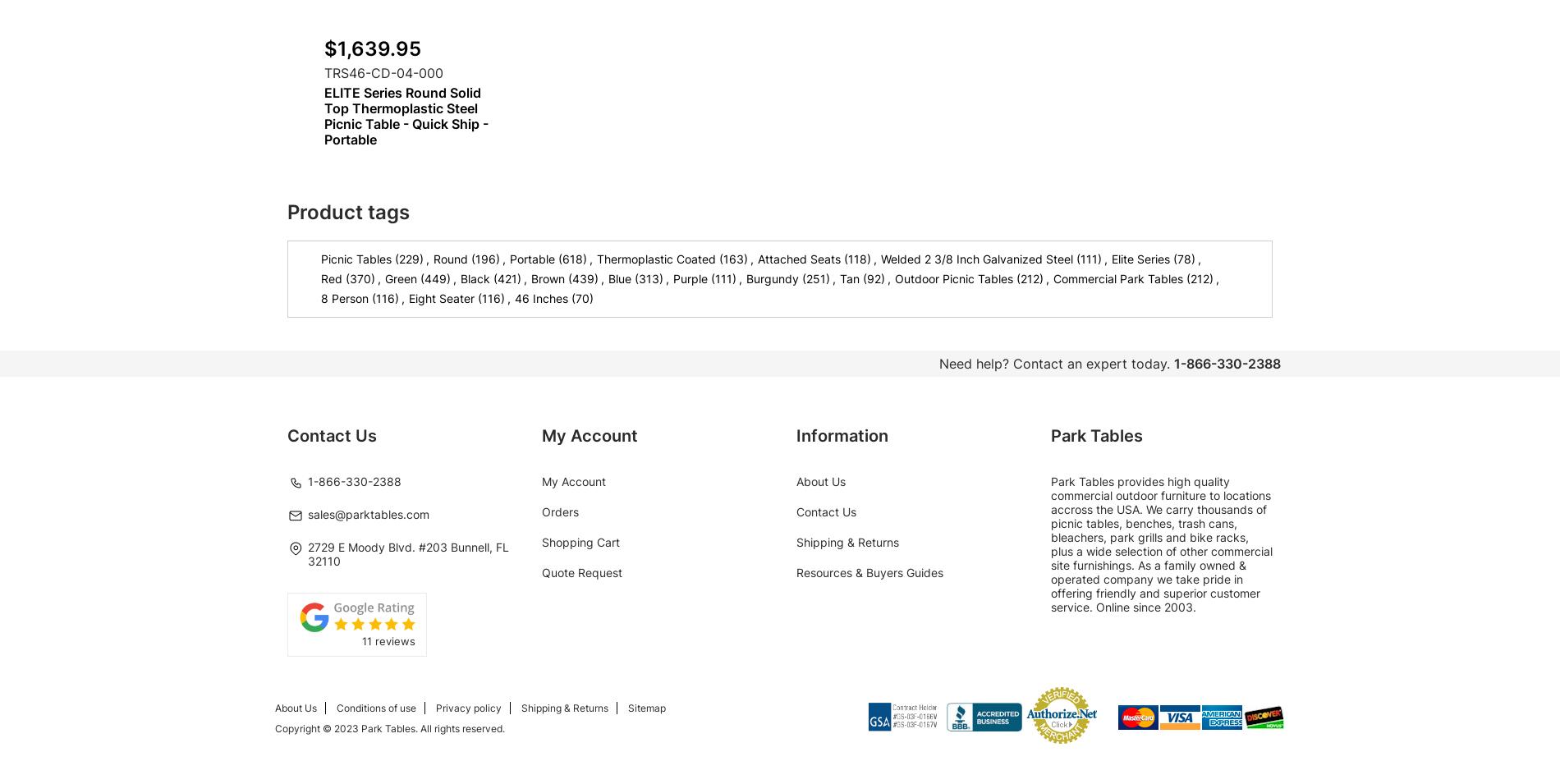  Describe the element at coordinates (548, 277) in the screenshot. I see `'Brown'` at that location.